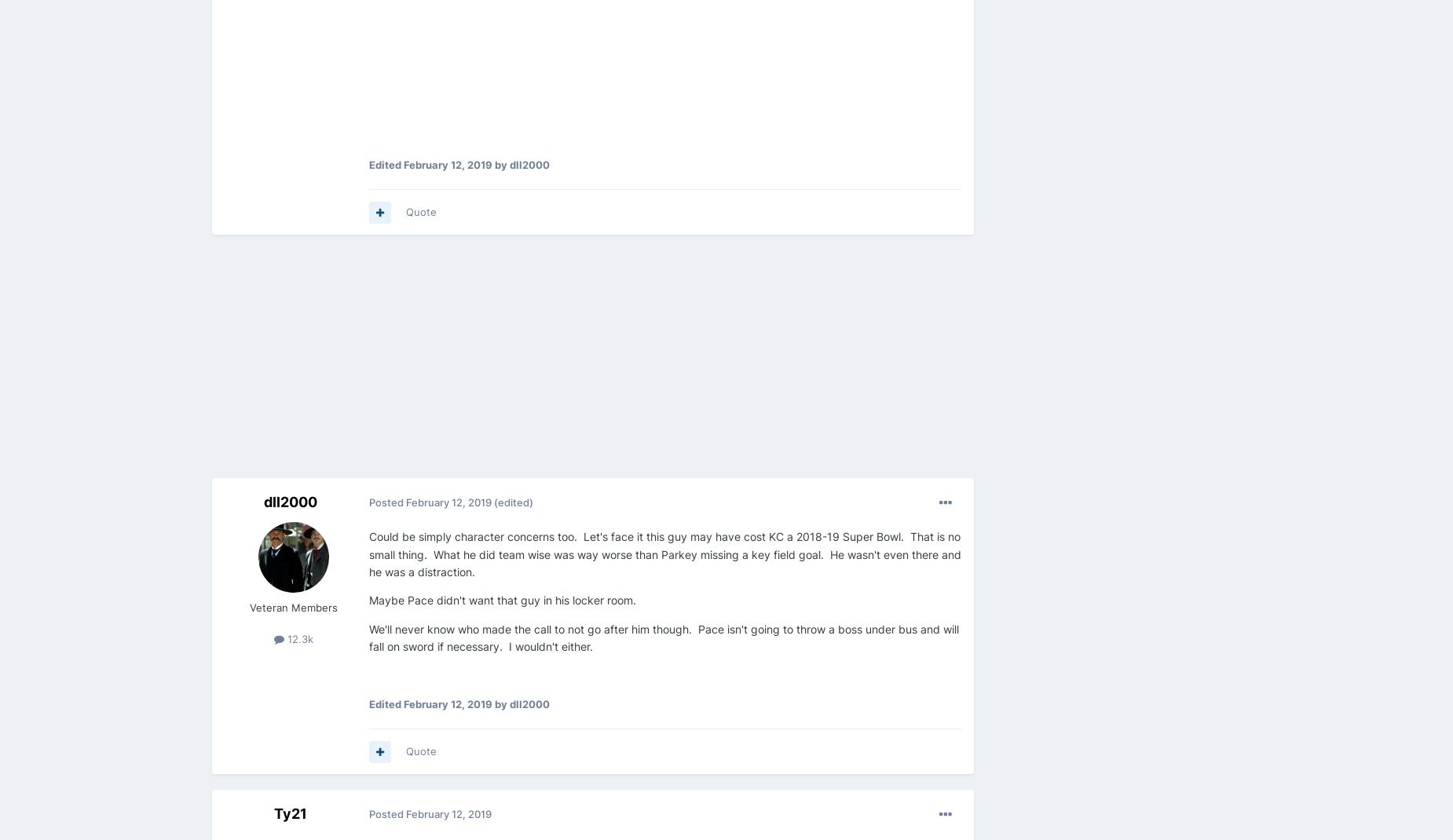  Describe the element at coordinates (290, 502) in the screenshot. I see `'dll2000'` at that location.